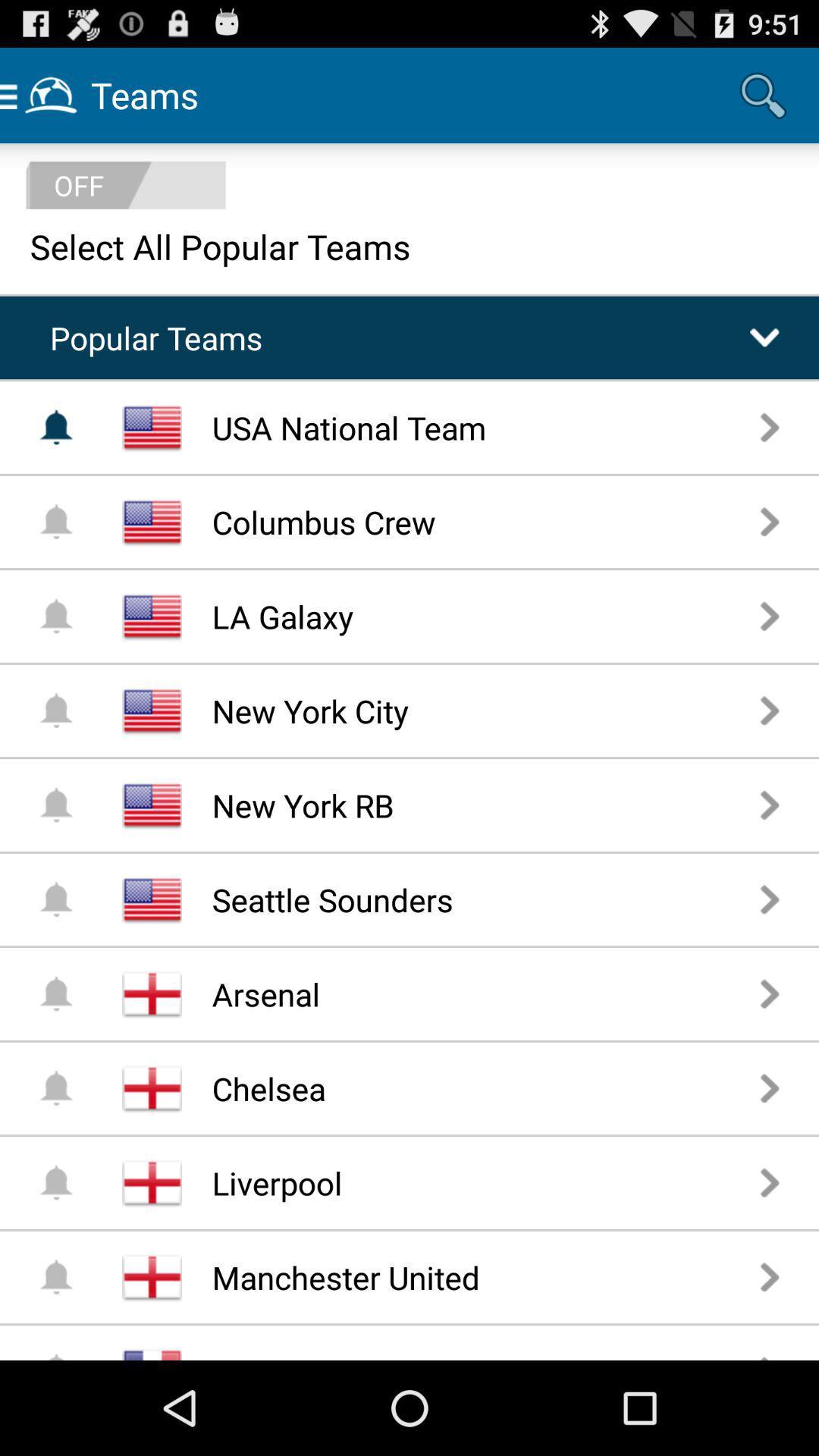  What do you see at coordinates (770, 709) in the screenshot?
I see `the fourth arrow option which is beside the text network city` at bounding box center [770, 709].